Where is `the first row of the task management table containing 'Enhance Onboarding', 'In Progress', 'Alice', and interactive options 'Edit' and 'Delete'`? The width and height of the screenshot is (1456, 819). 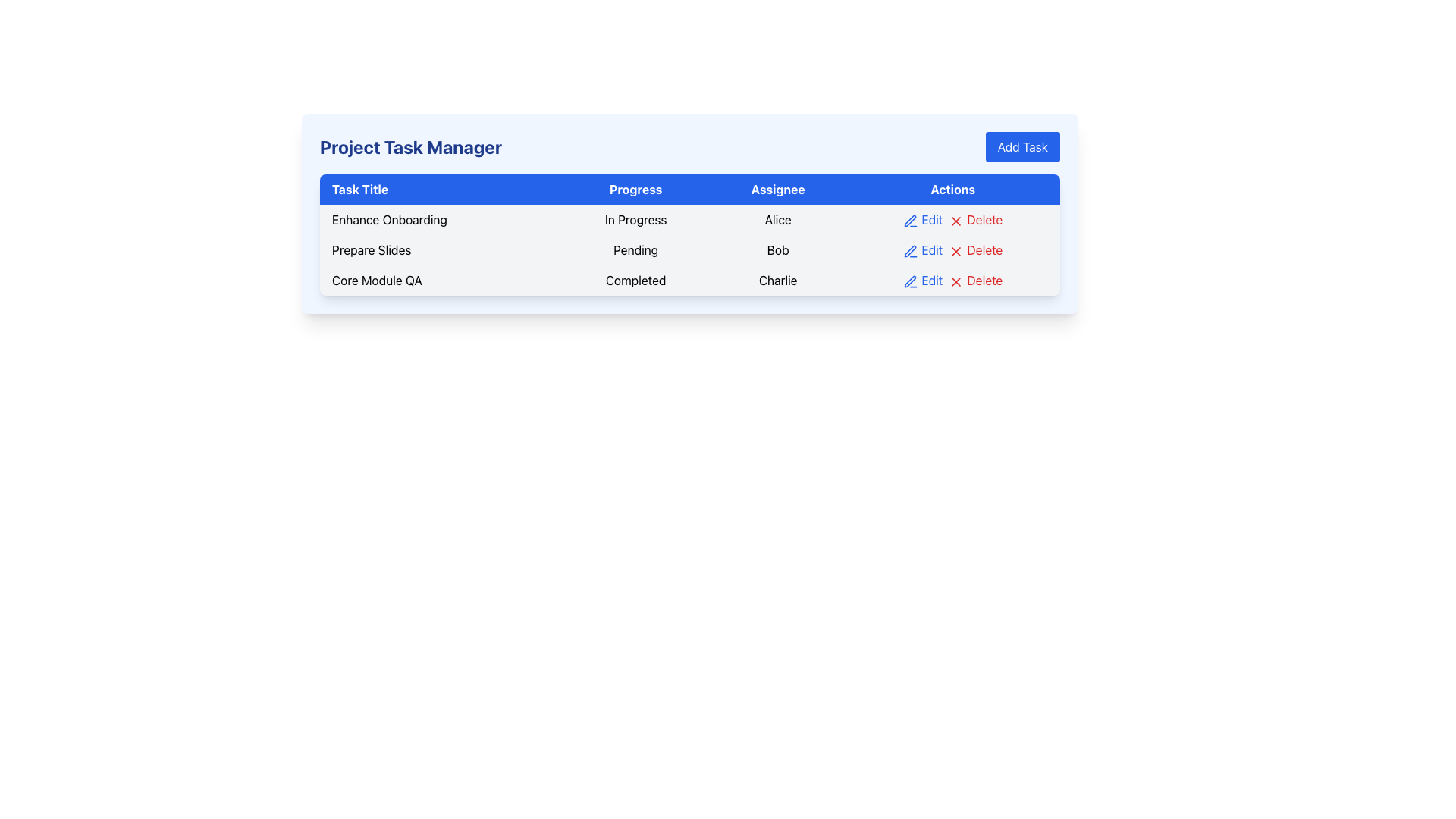
the first row of the task management table containing 'Enhance Onboarding', 'In Progress', 'Alice', and interactive options 'Edit' and 'Delete' is located at coordinates (689, 219).